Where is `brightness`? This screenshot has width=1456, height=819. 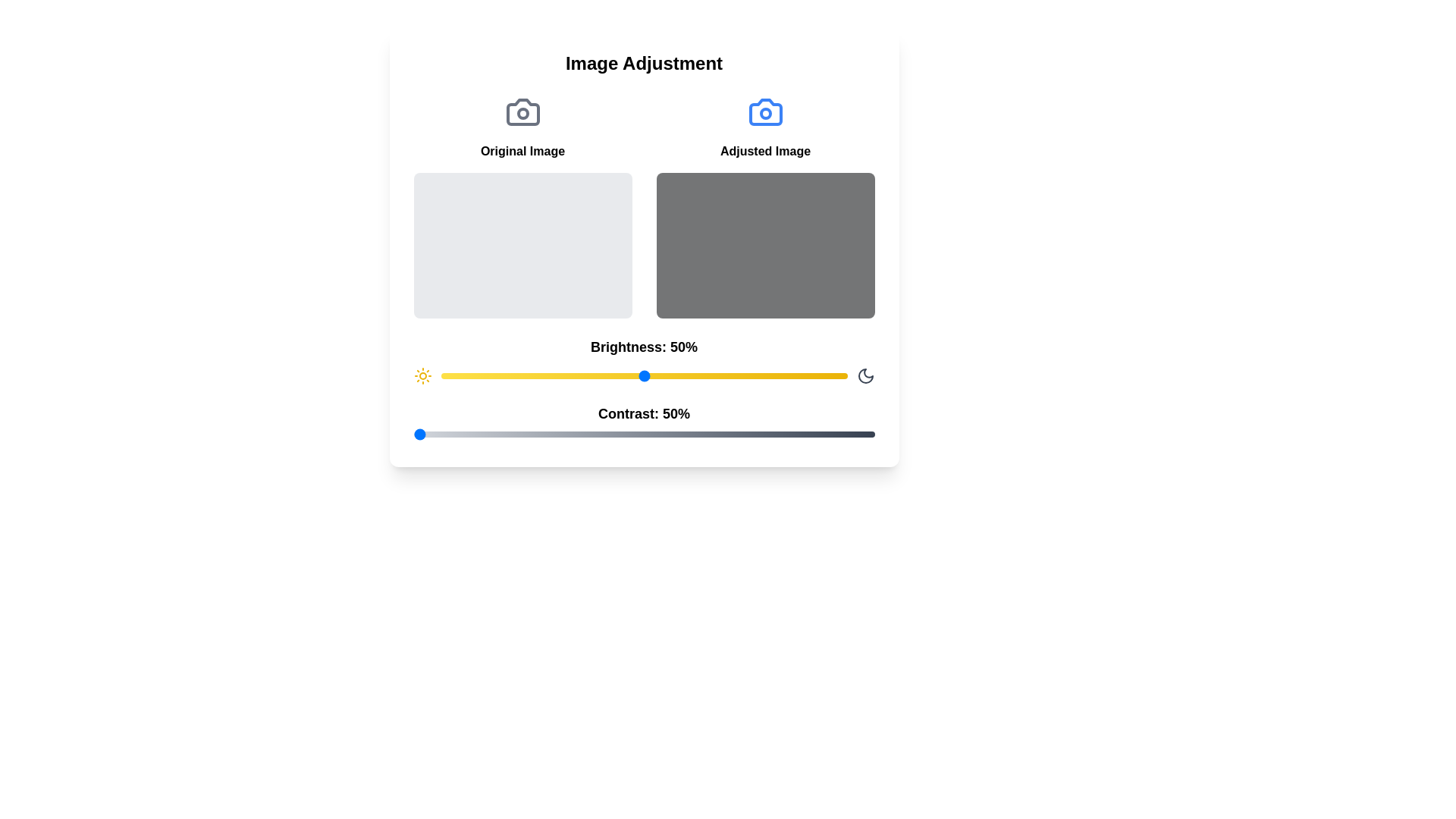
brightness is located at coordinates (716, 375).